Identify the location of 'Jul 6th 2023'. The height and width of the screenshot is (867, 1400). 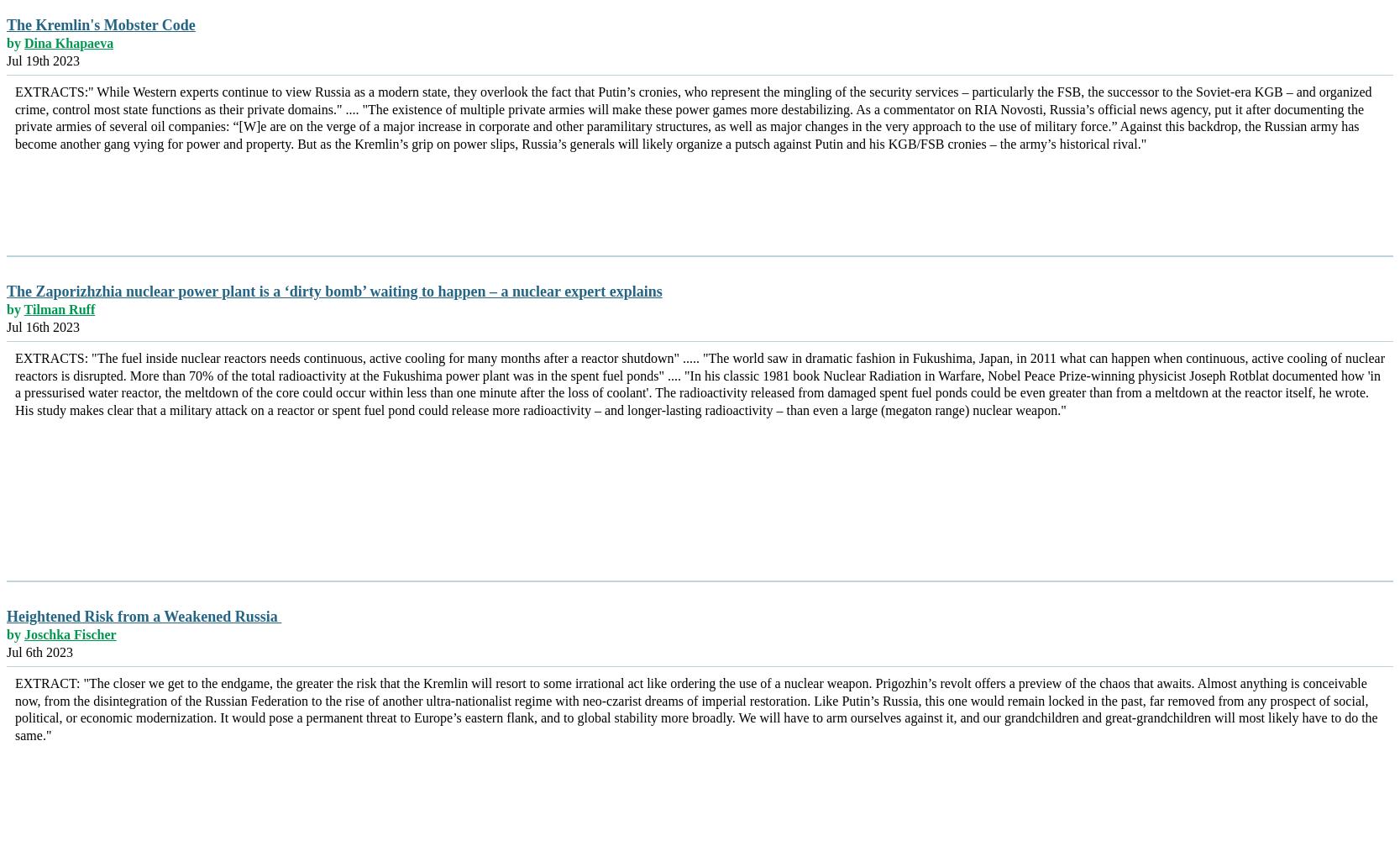
(39, 651).